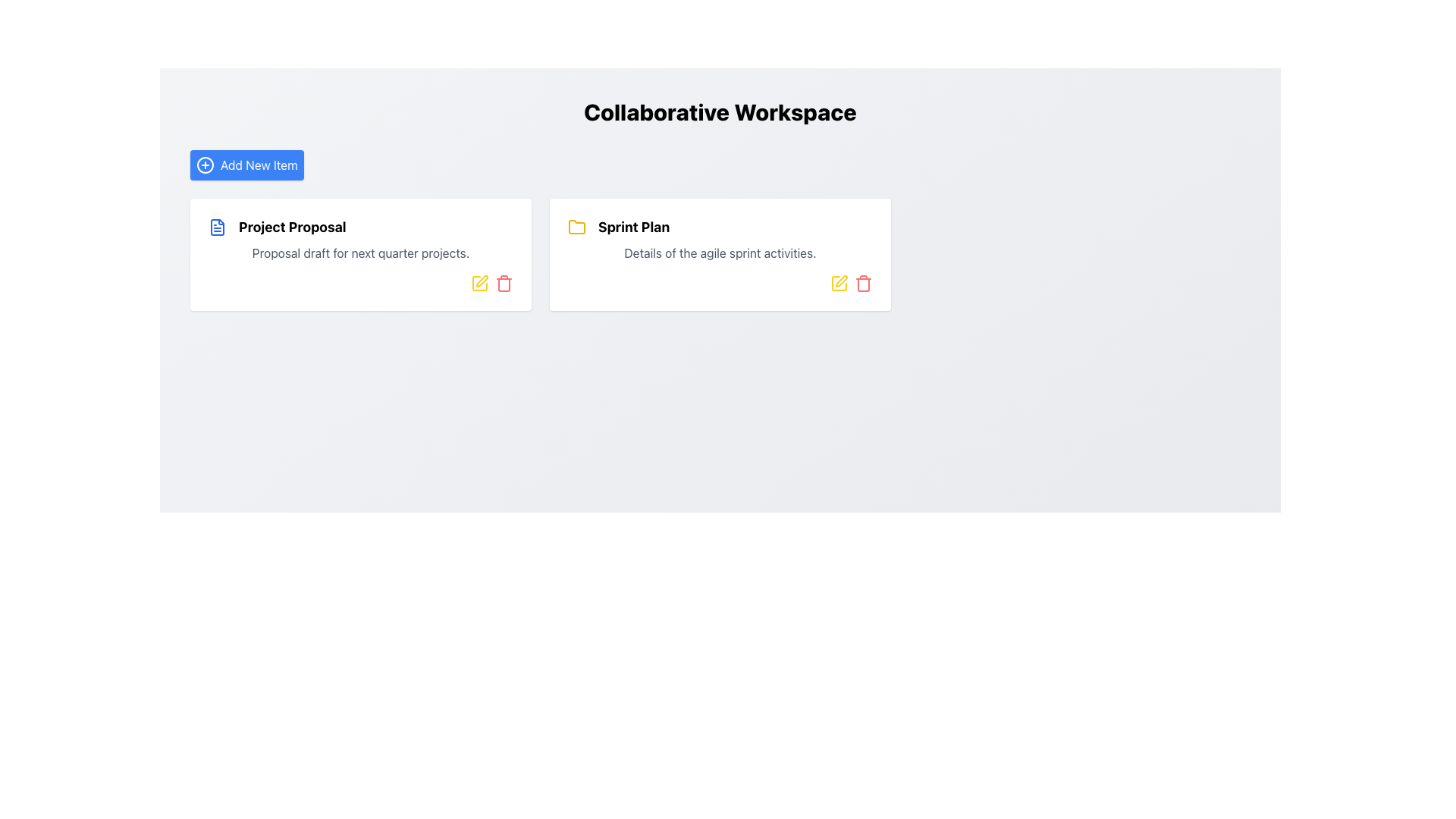 Image resolution: width=1456 pixels, height=819 pixels. What do you see at coordinates (839, 284) in the screenshot?
I see `the edit icon located in the top-right corner of the 'Sprint Plan' card` at bounding box center [839, 284].